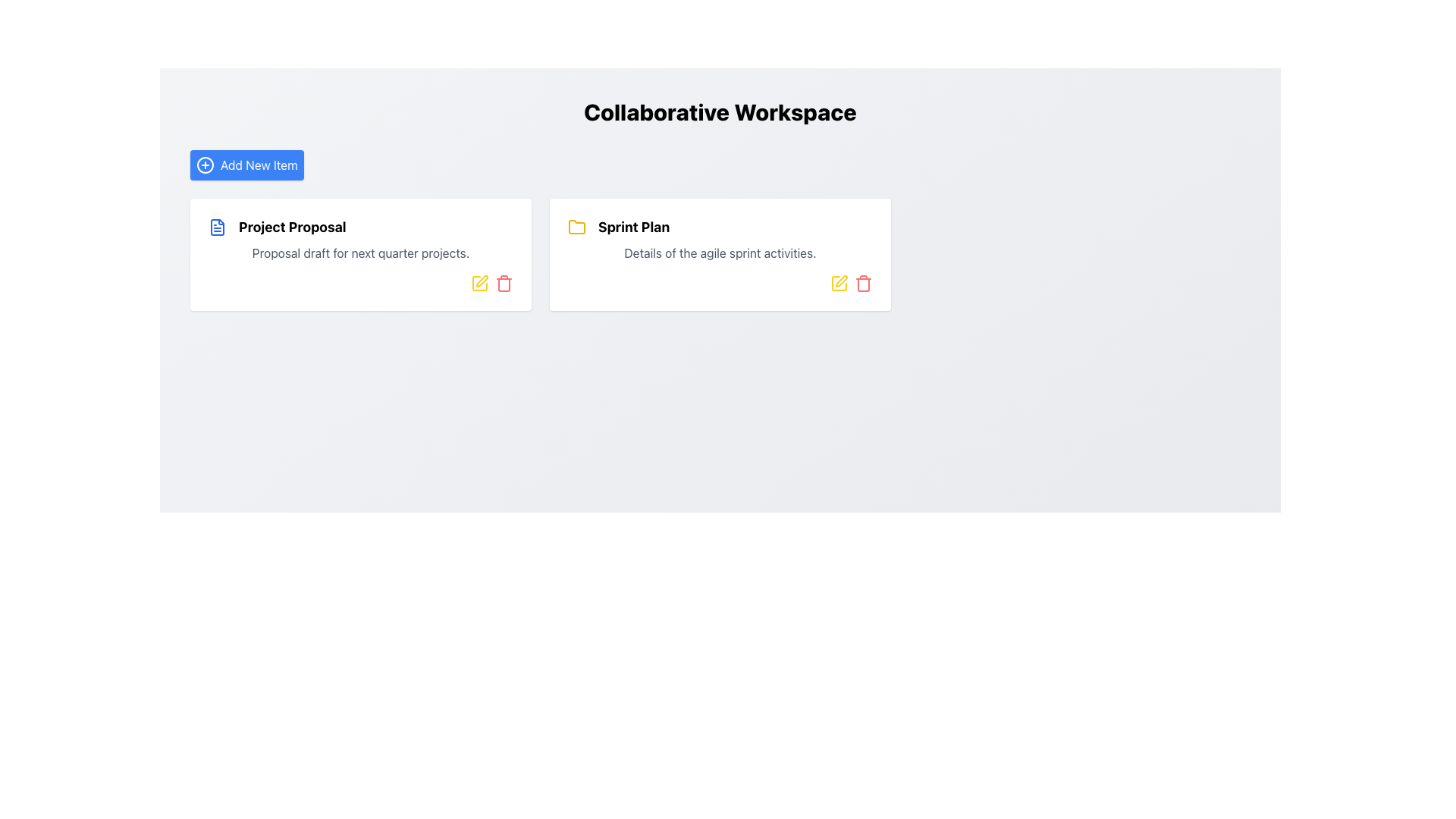 Image resolution: width=1456 pixels, height=819 pixels. What do you see at coordinates (839, 284) in the screenshot?
I see `the edit icon located in the top-right corner of the 'Sprint Plan' card` at bounding box center [839, 284].